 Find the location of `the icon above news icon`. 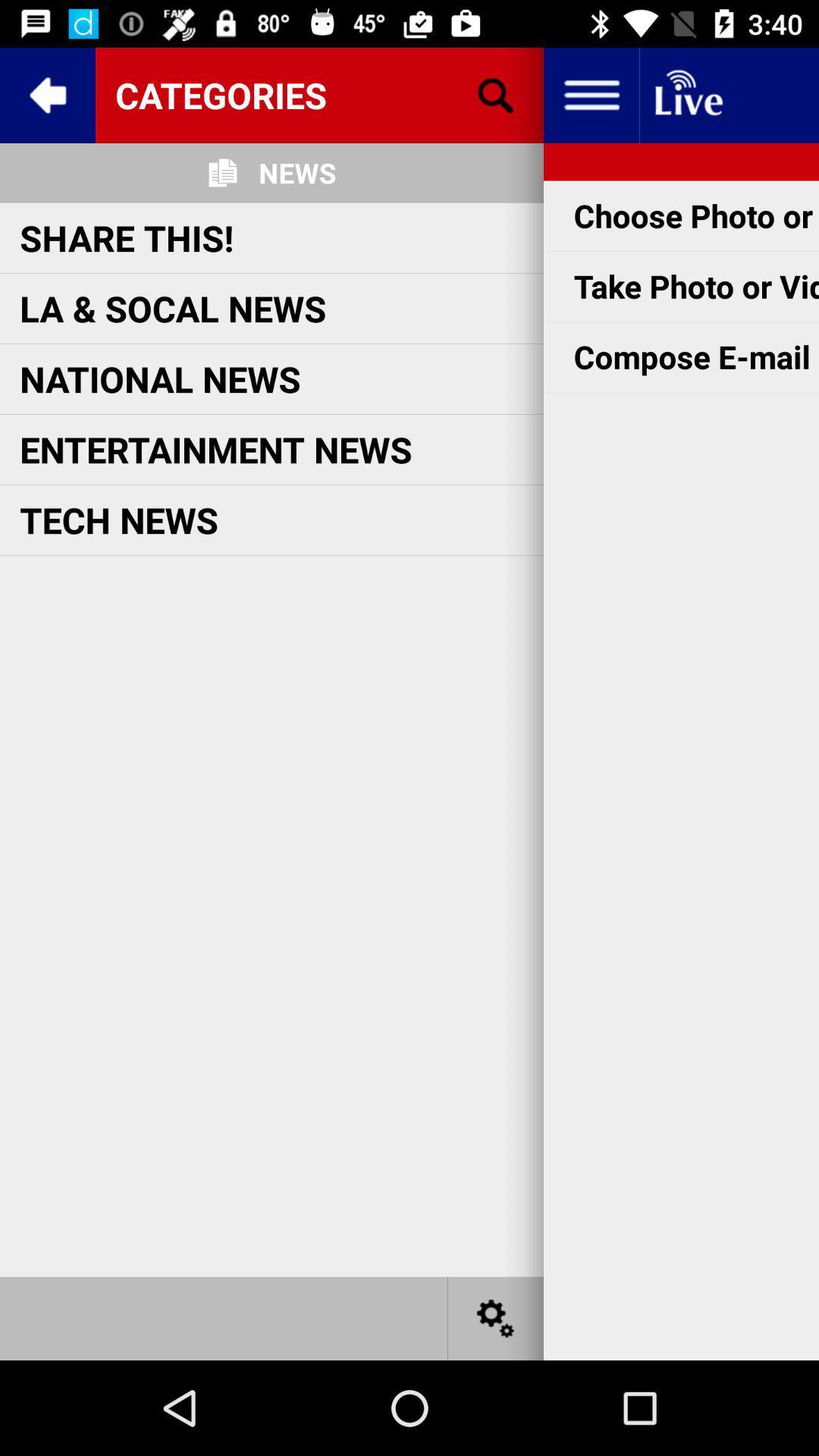

the icon above news icon is located at coordinates (318, 94).